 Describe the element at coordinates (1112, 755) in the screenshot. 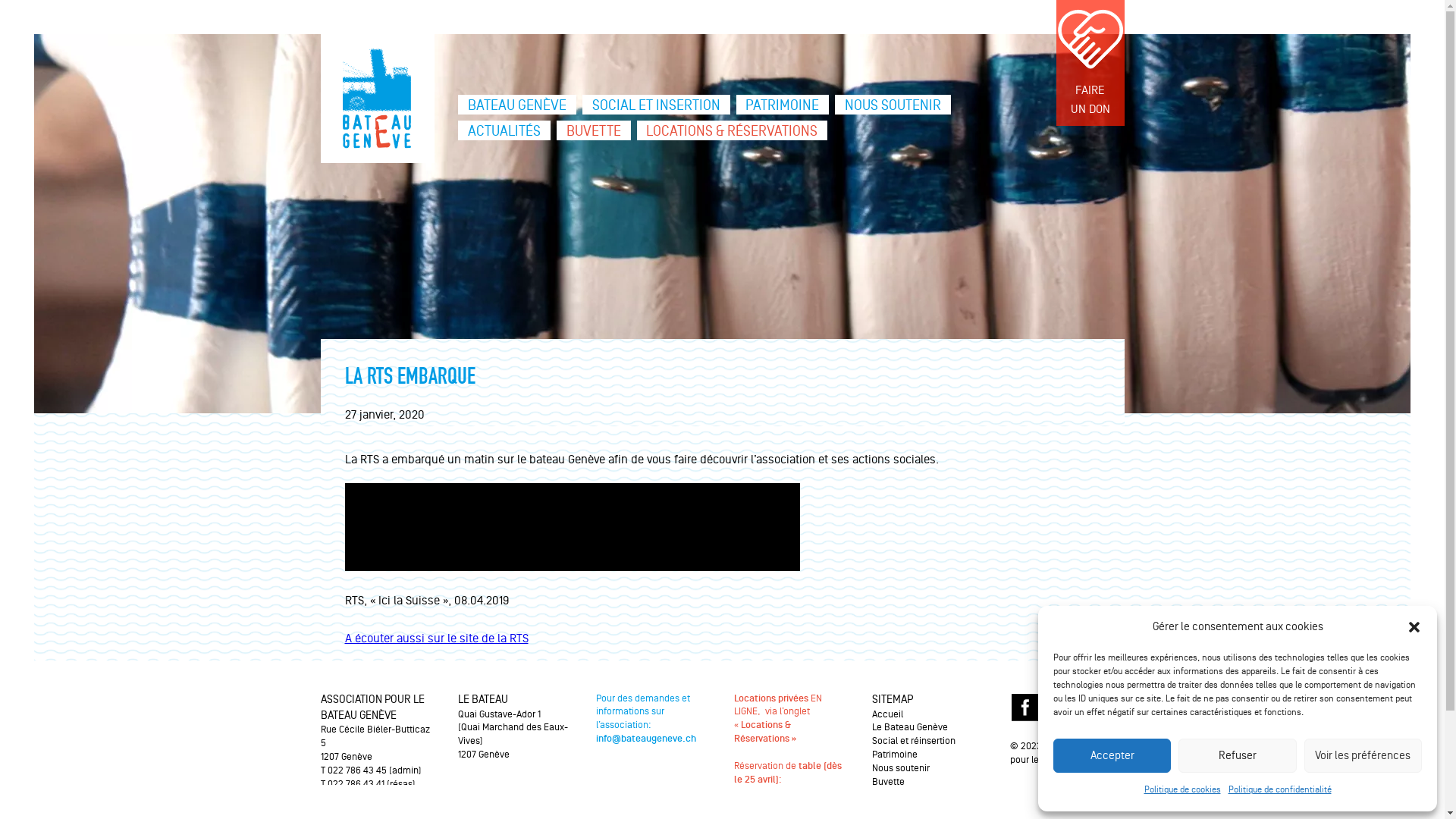

I see `'Accepter'` at that location.